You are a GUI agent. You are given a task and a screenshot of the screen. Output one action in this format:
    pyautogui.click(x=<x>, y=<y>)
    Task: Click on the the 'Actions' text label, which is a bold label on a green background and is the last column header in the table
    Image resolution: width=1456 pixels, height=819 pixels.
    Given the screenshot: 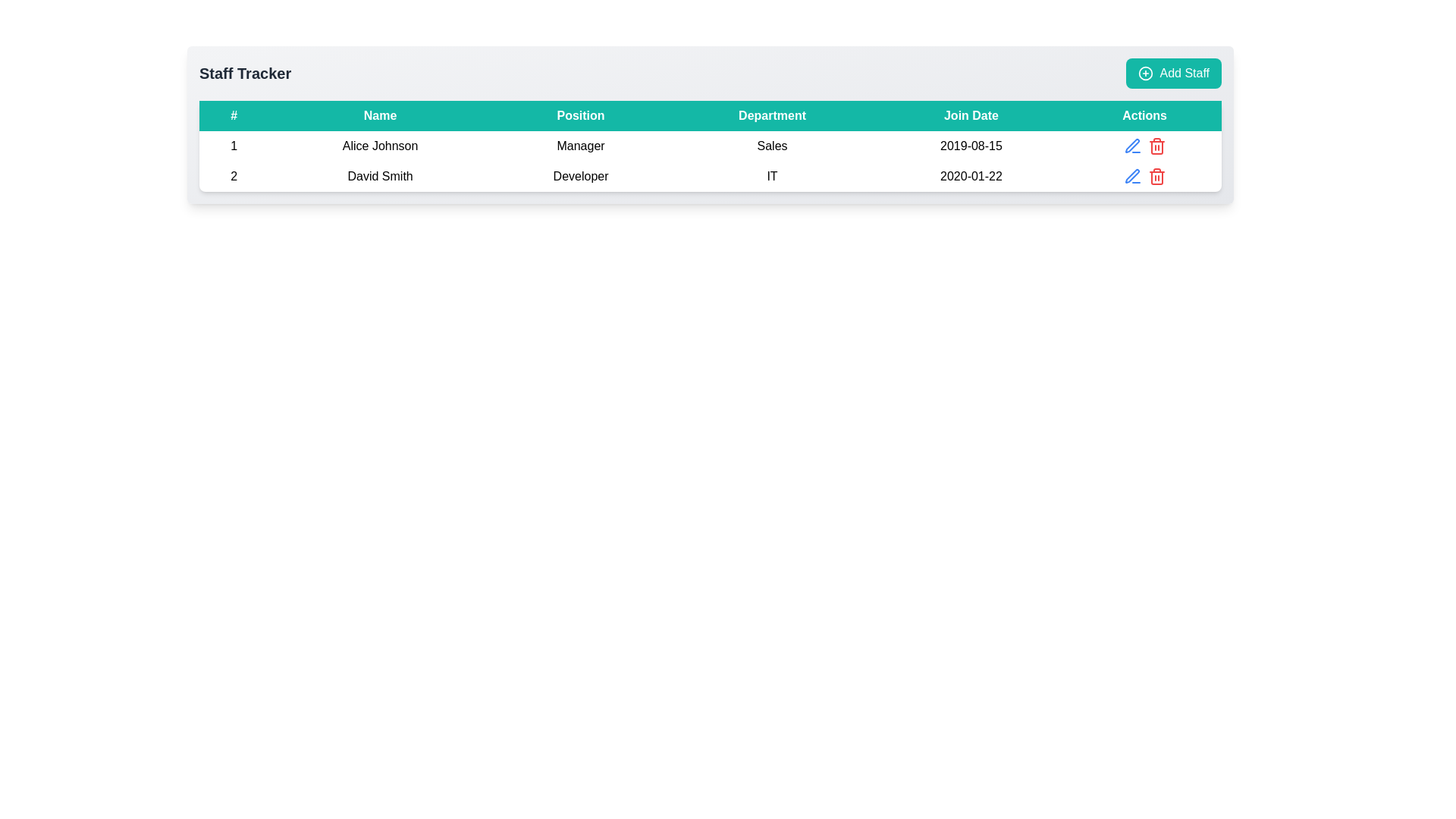 What is the action you would take?
    pyautogui.click(x=1144, y=115)
    